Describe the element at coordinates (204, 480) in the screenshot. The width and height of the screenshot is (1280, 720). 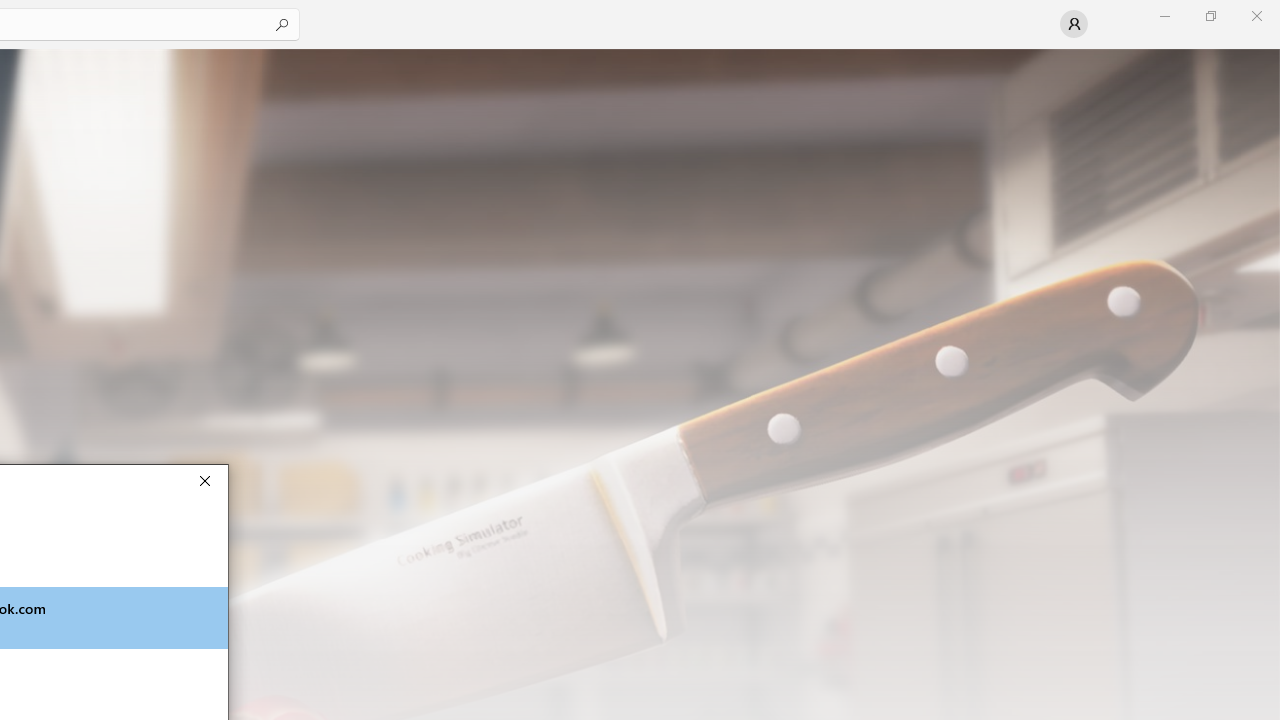
I see `'Close Sign in'` at that location.